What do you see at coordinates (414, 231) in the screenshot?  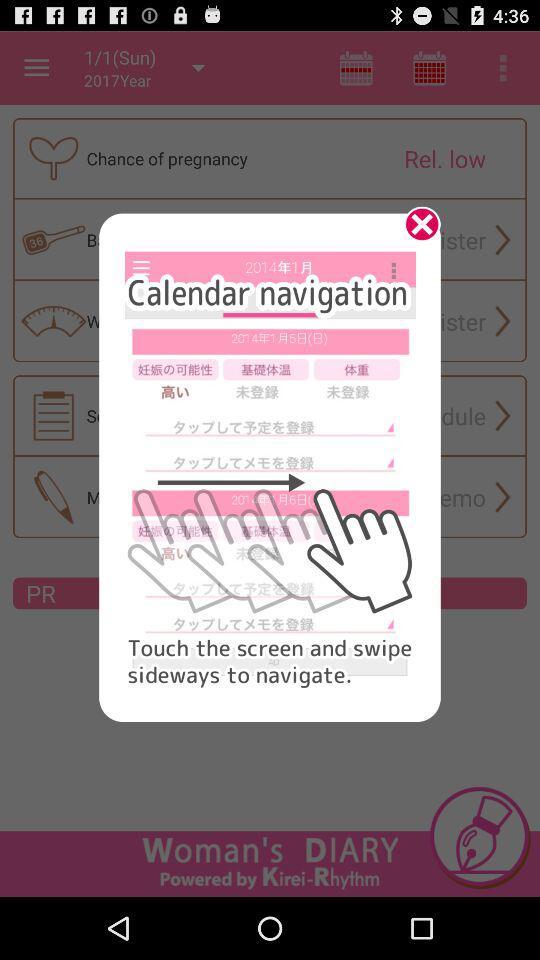 I see `click the x mark to close` at bounding box center [414, 231].